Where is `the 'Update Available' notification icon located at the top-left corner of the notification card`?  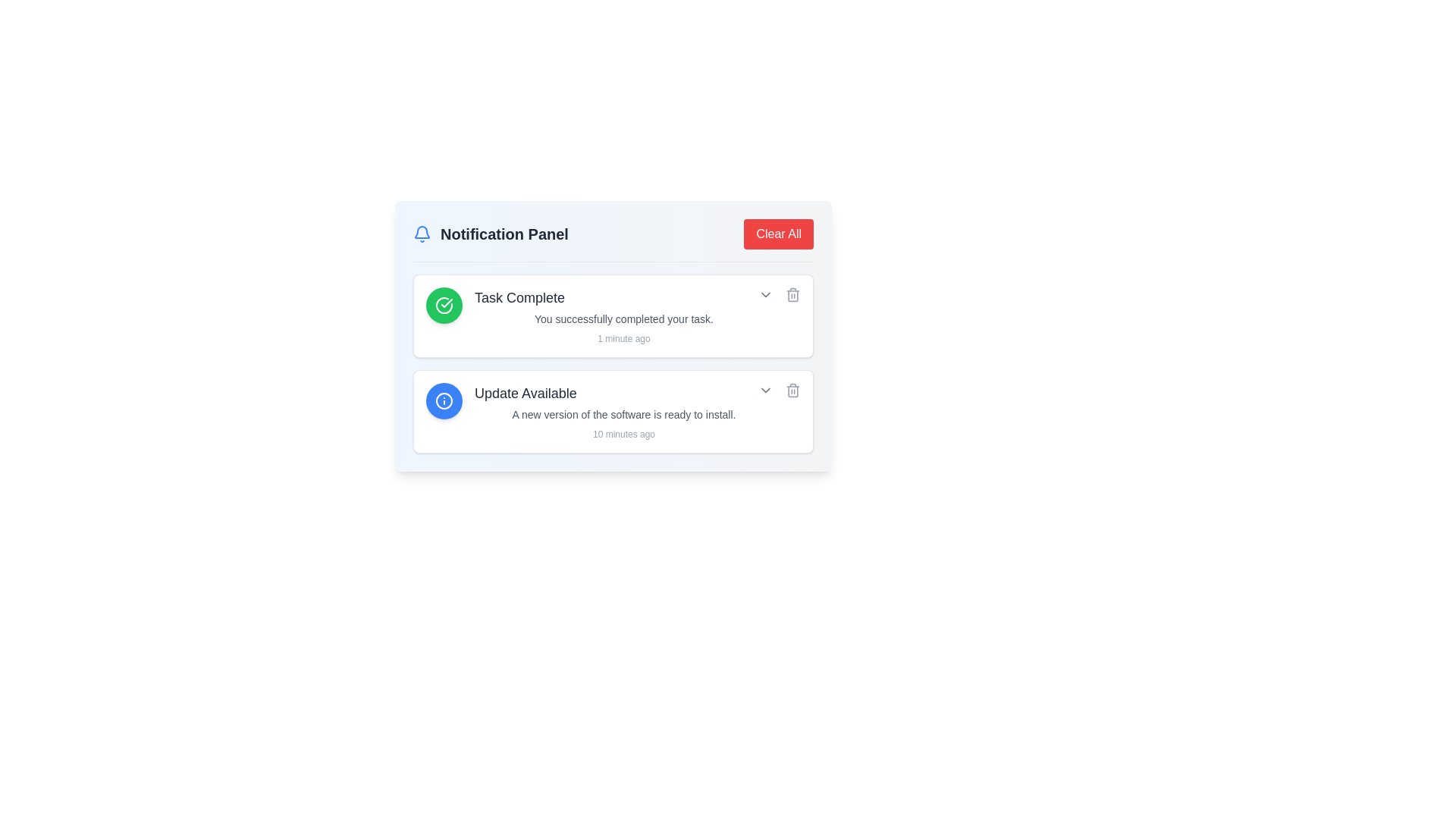
the 'Update Available' notification icon located at the top-left corner of the notification card is located at coordinates (443, 400).